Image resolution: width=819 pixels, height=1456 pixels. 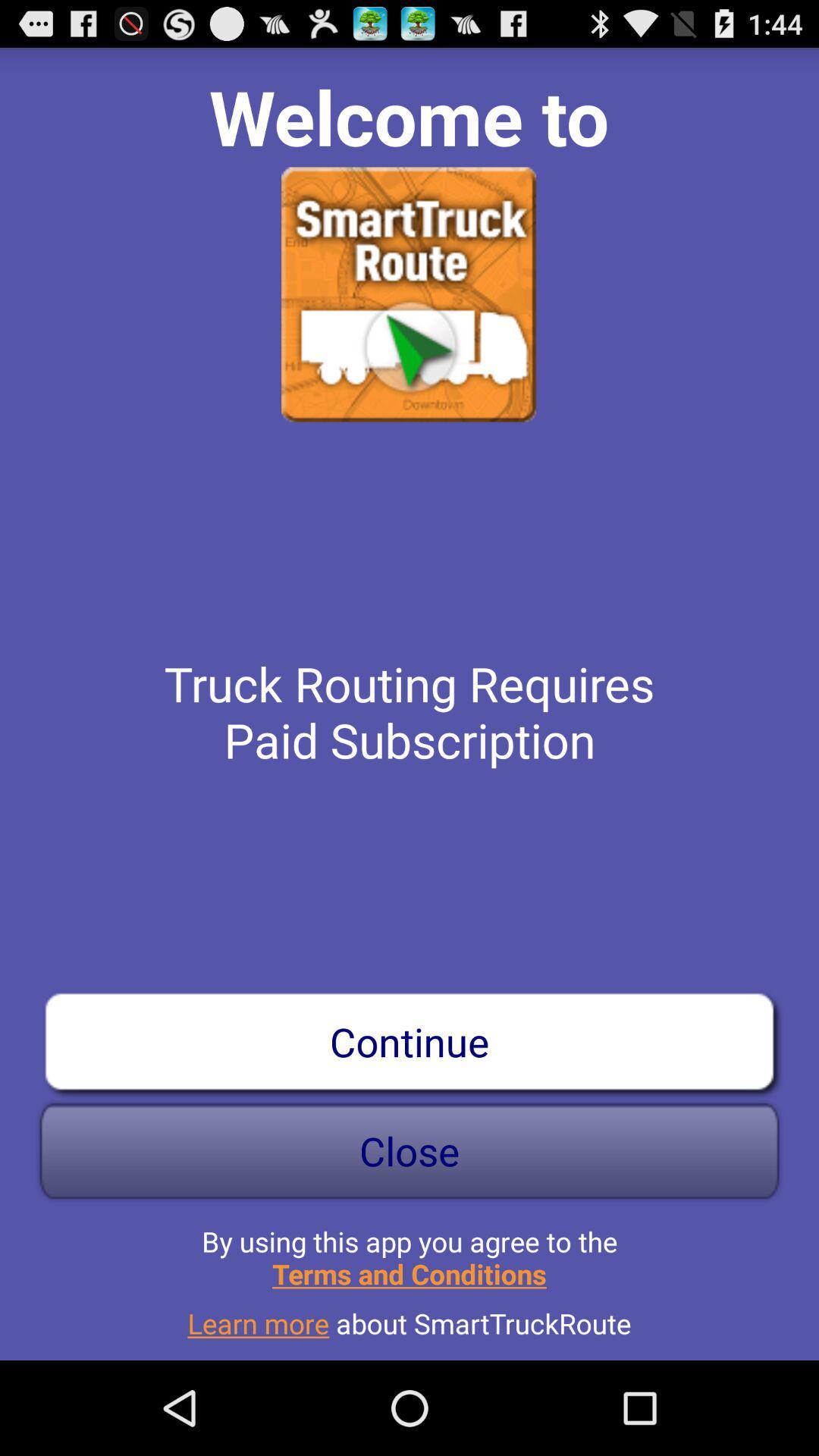 What do you see at coordinates (409, 1316) in the screenshot?
I see `the learn more about` at bounding box center [409, 1316].